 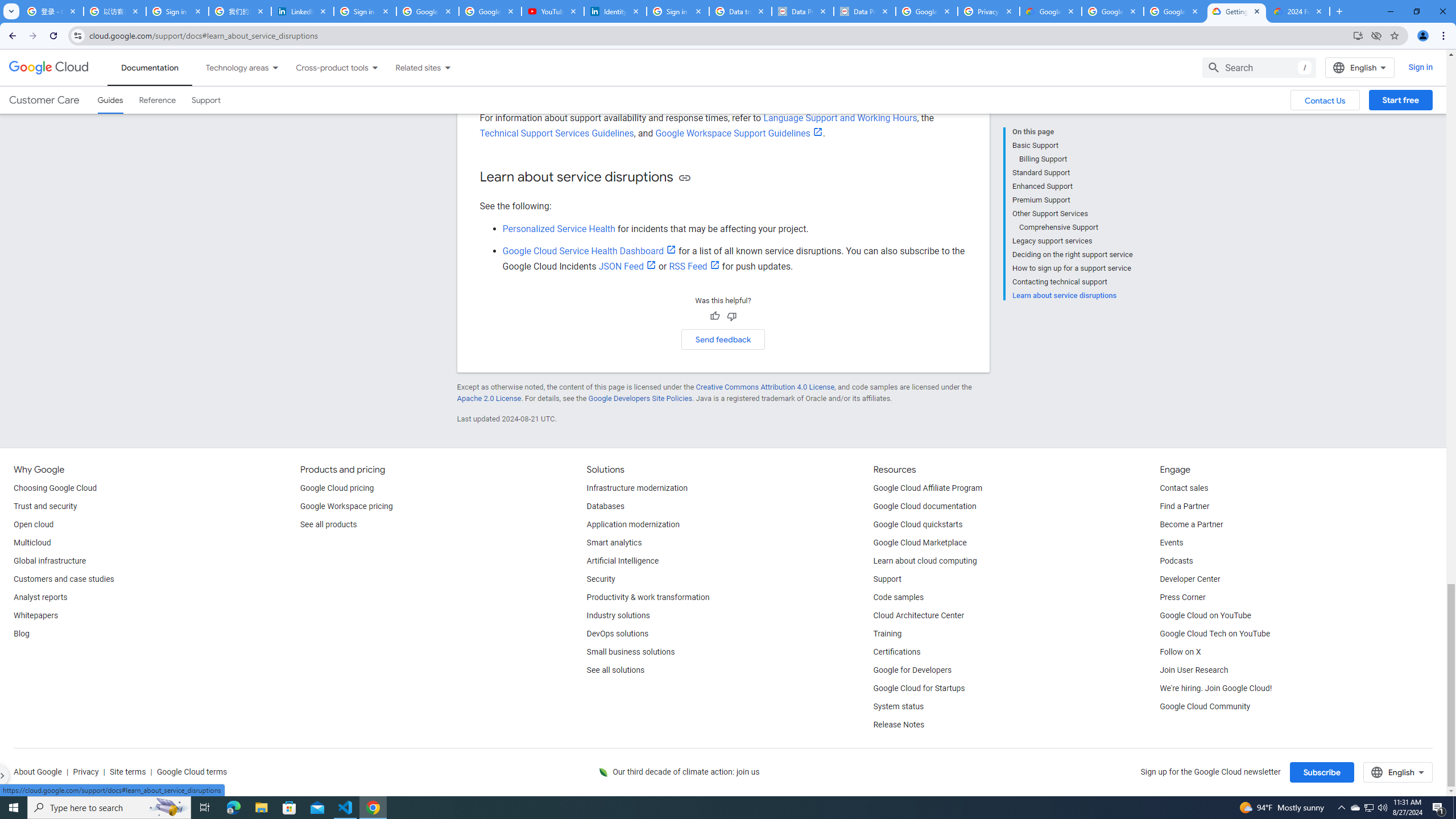 I want to click on 'Blog', so click(x=20, y=634).